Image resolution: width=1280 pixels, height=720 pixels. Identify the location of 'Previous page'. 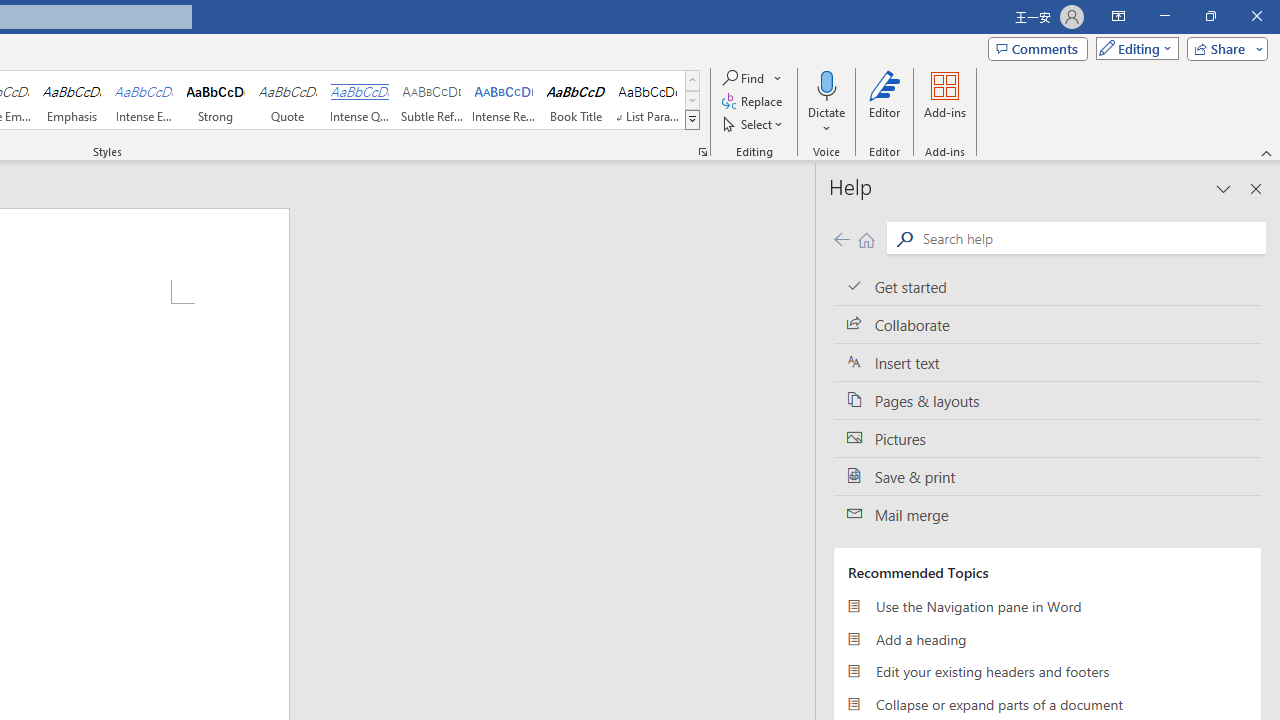
(841, 238).